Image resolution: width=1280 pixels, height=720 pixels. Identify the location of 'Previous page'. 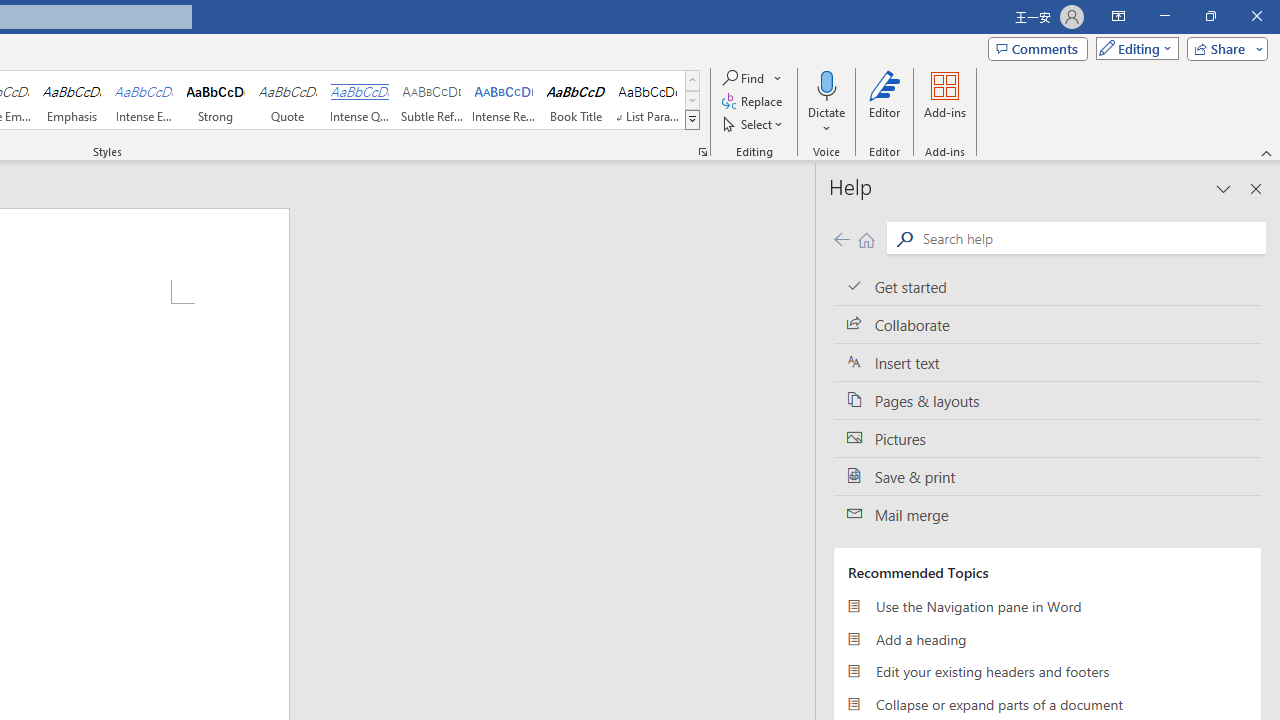
(841, 238).